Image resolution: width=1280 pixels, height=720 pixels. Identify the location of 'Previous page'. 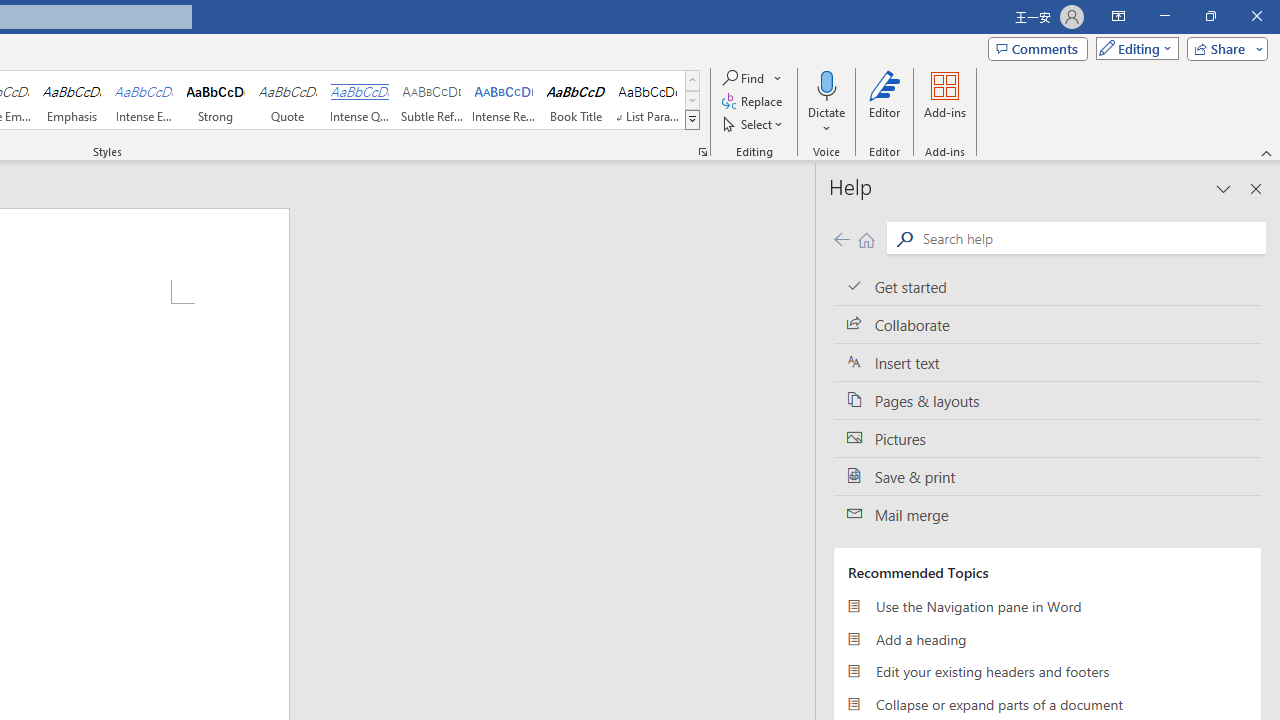
(841, 238).